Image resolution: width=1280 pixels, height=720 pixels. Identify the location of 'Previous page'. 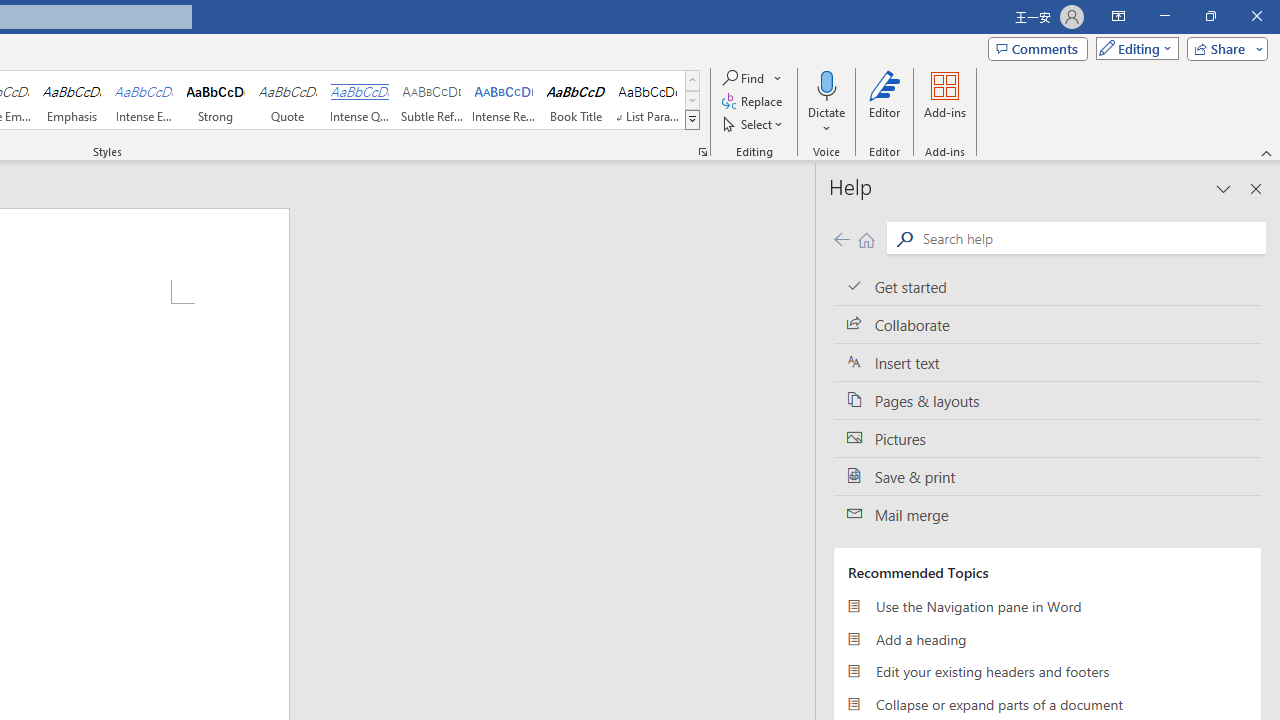
(841, 238).